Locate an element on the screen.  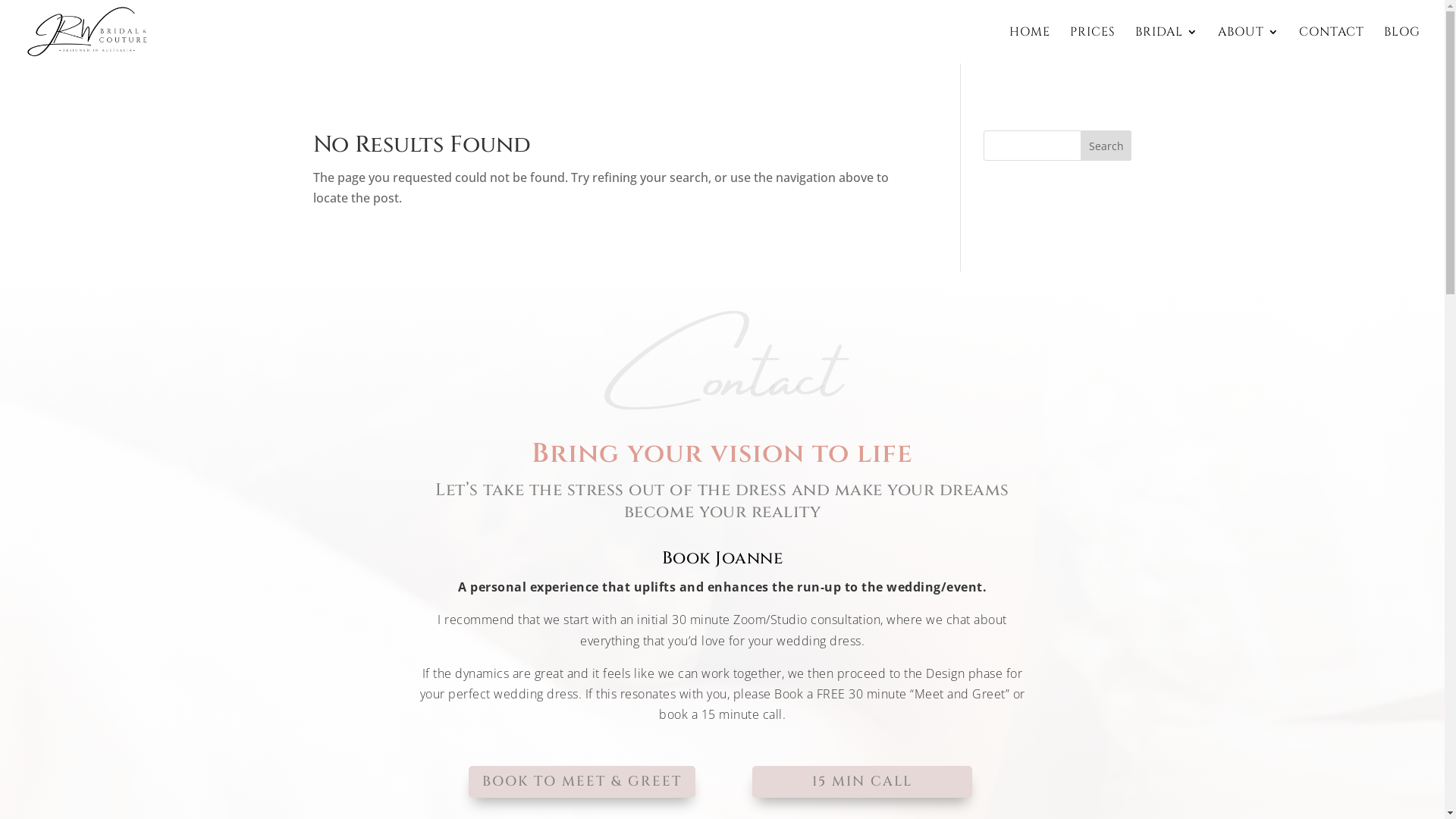
'PRICES' is located at coordinates (1092, 44).